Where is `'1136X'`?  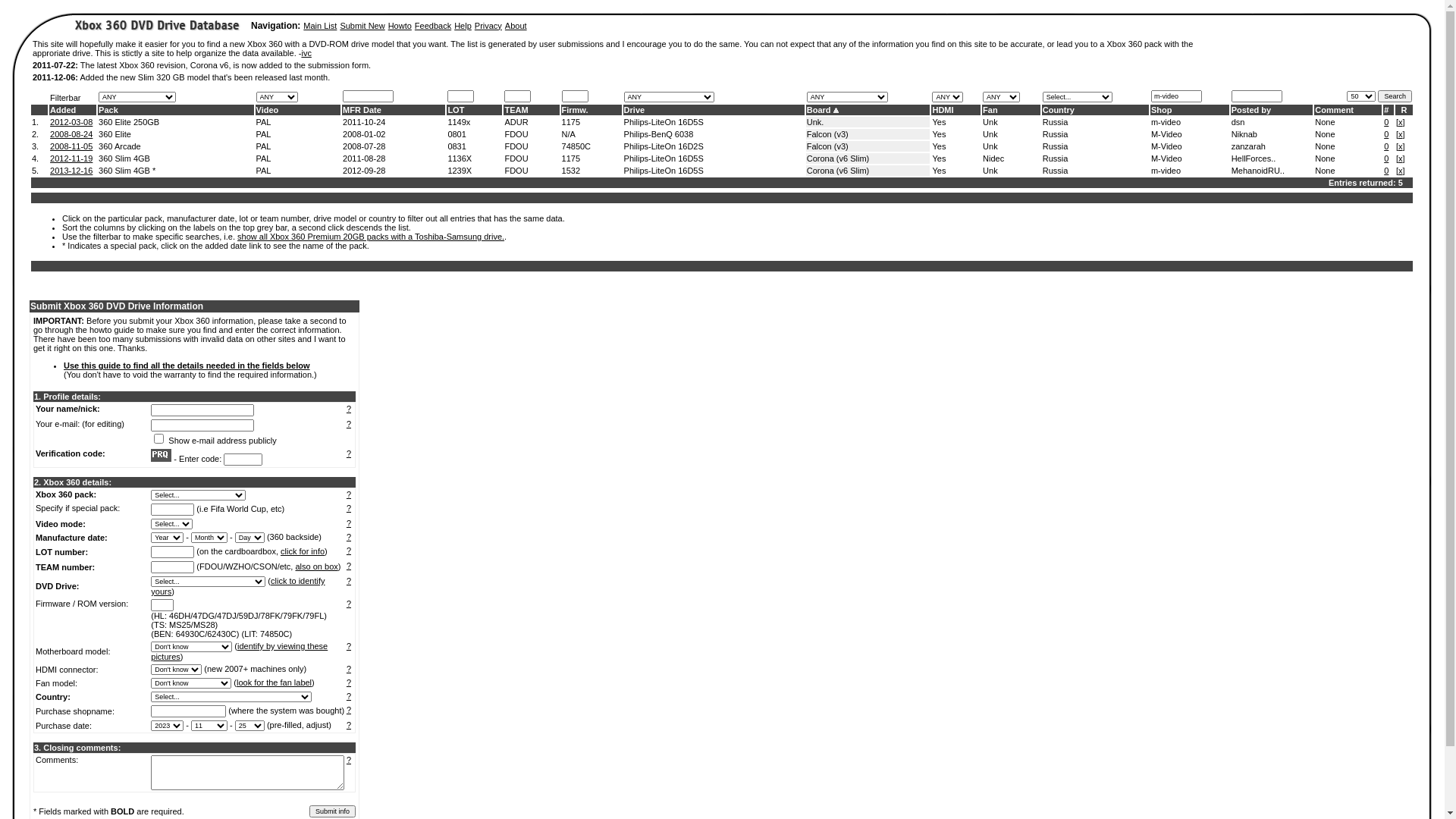
'1136X' is located at coordinates (458, 158).